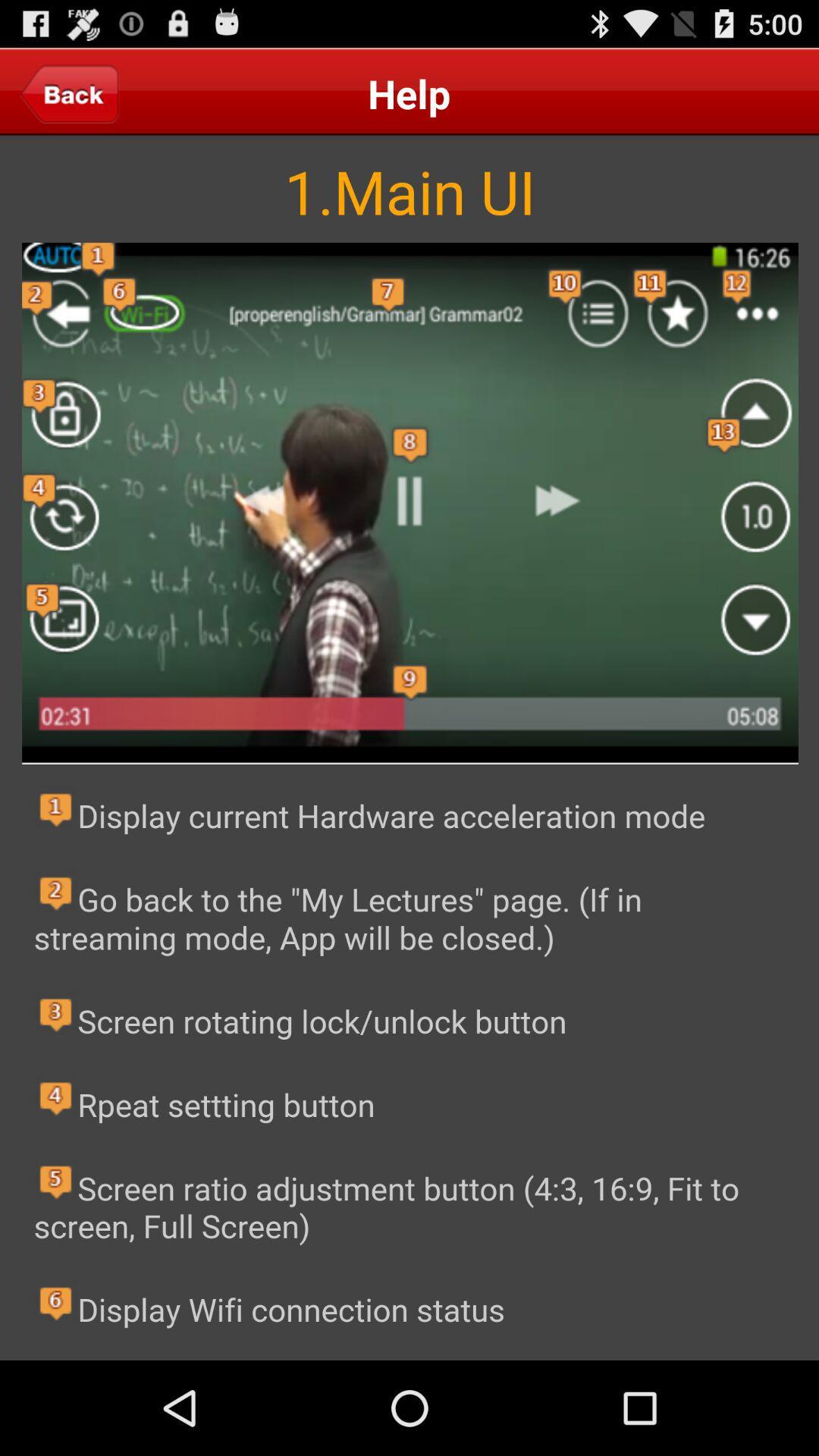  Describe the element at coordinates (69, 93) in the screenshot. I see `back to previous` at that location.